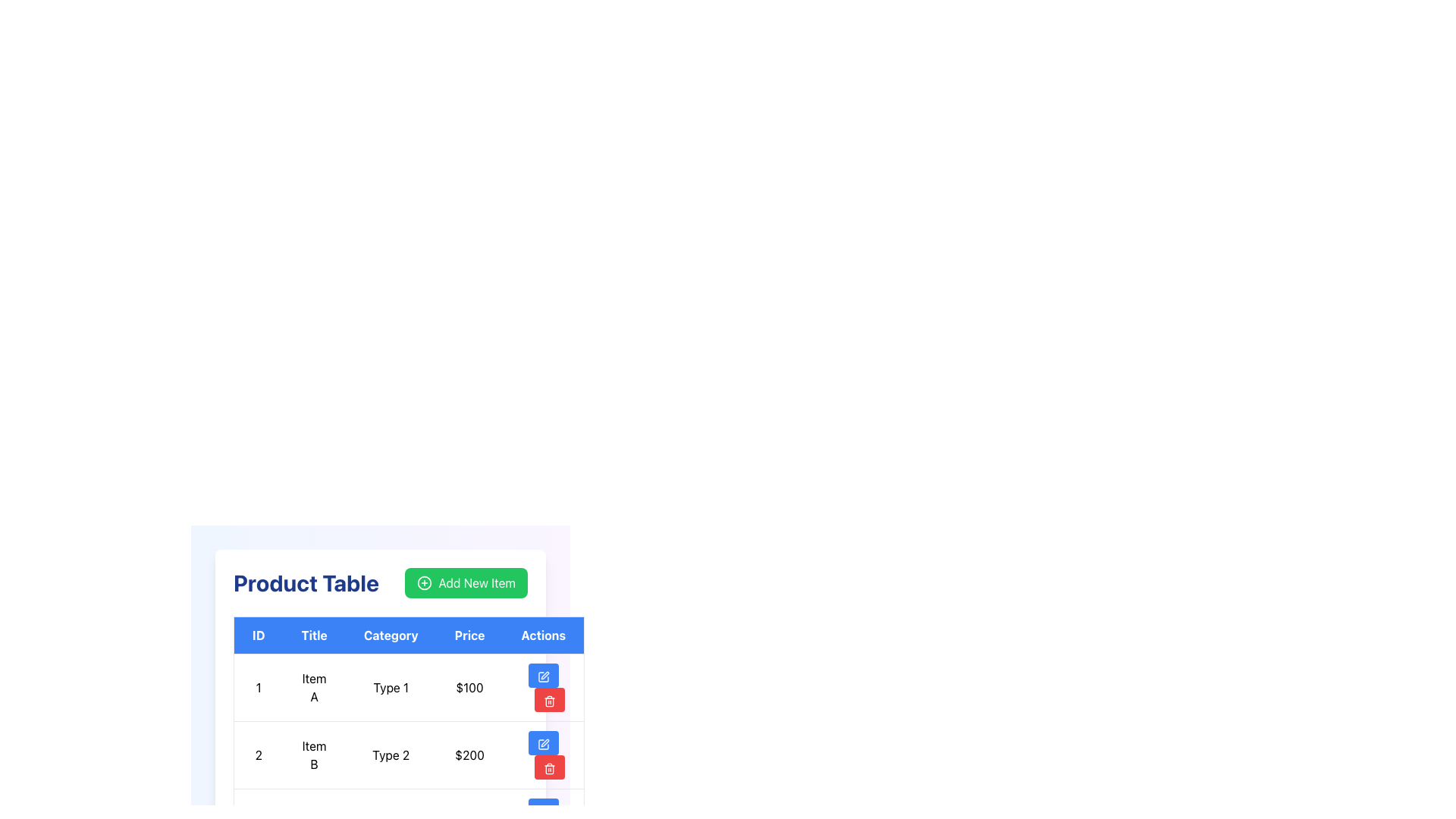 This screenshot has width=1456, height=819. I want to click on the edit icon (pen/pencil inside a square) located in the second row of the 'Actions' column for 'Item B', so click(543, 743).